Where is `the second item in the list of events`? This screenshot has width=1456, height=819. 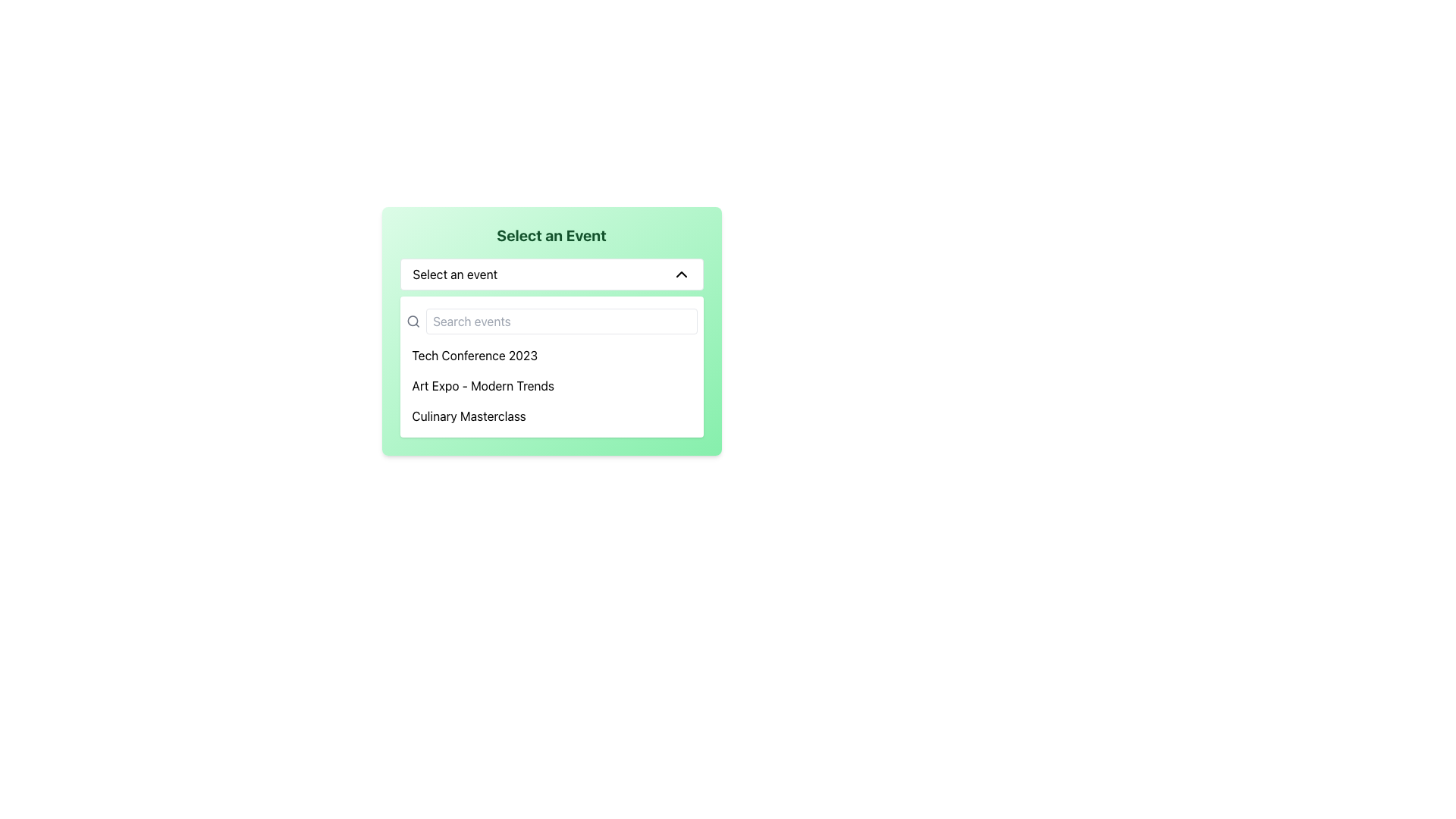
the second item in the list of events is located at coordinates (551, 366).